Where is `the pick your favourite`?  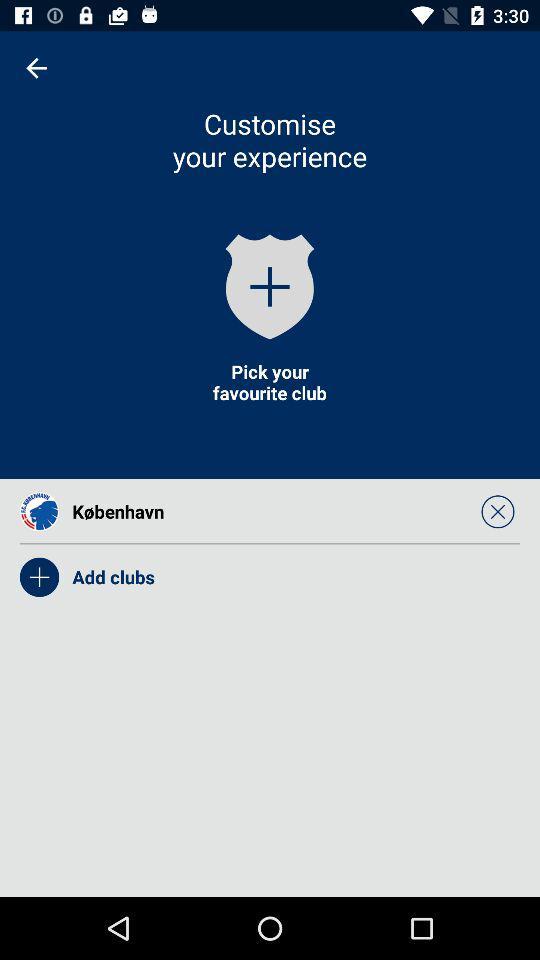
the pick your favourite is located at coordinates (270, 381).